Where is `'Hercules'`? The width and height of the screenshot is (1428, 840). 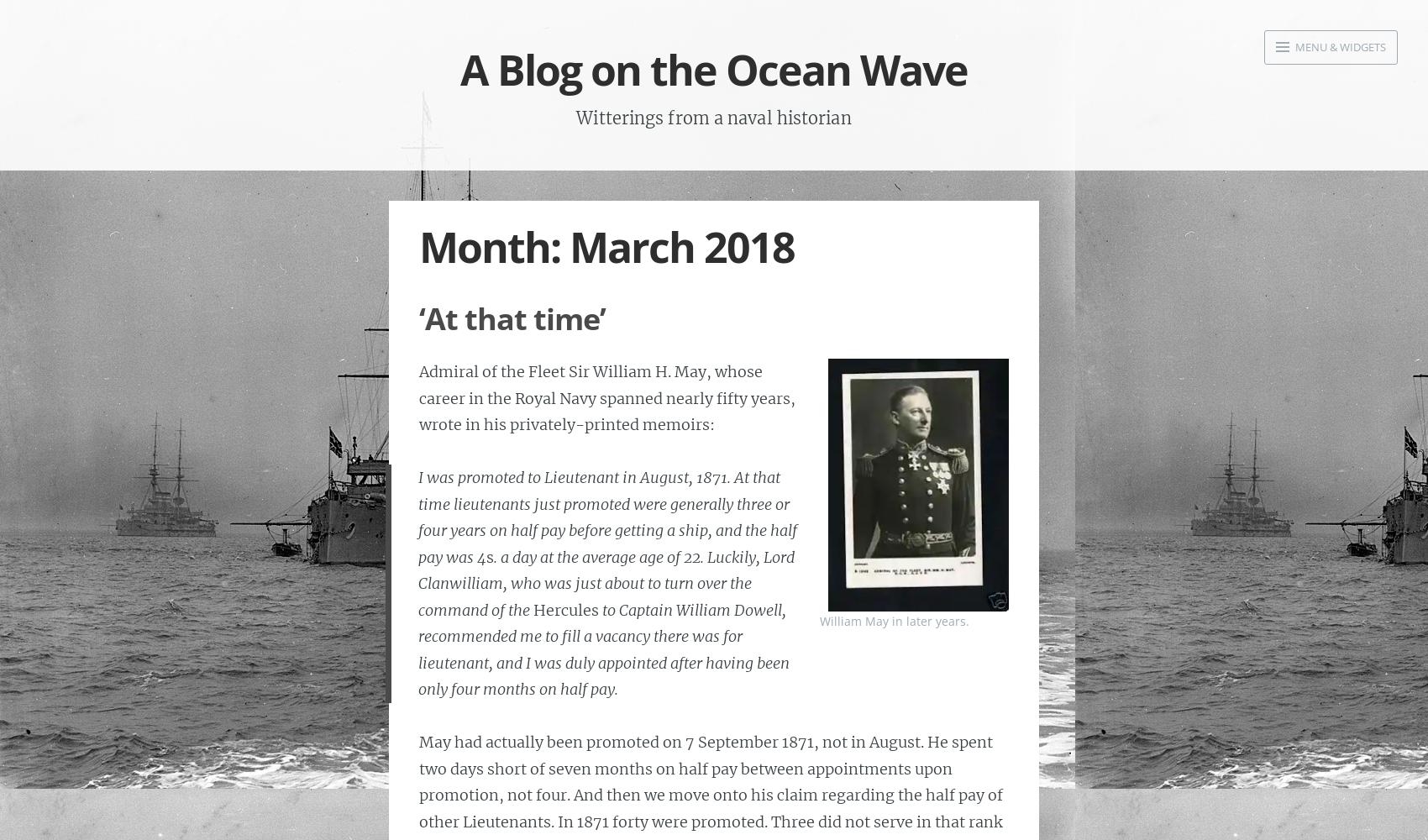 'Hercules' is located at coordinates (565, 608).